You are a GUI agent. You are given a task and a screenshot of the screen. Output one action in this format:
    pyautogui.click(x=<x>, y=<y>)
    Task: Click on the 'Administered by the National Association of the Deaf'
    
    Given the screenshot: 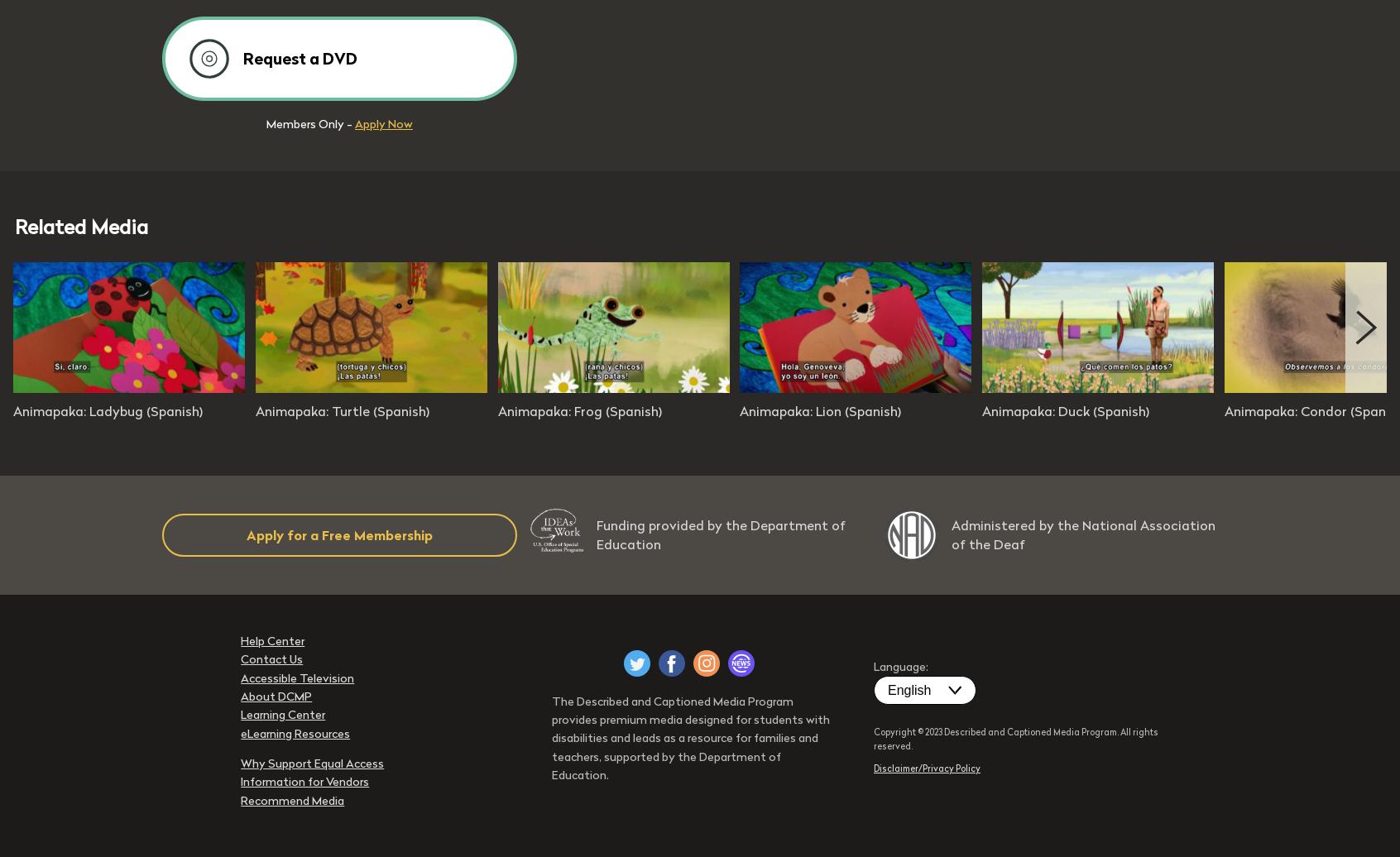 What is the action you would take?
    pyautogui.click(x=1082, y=534)
    